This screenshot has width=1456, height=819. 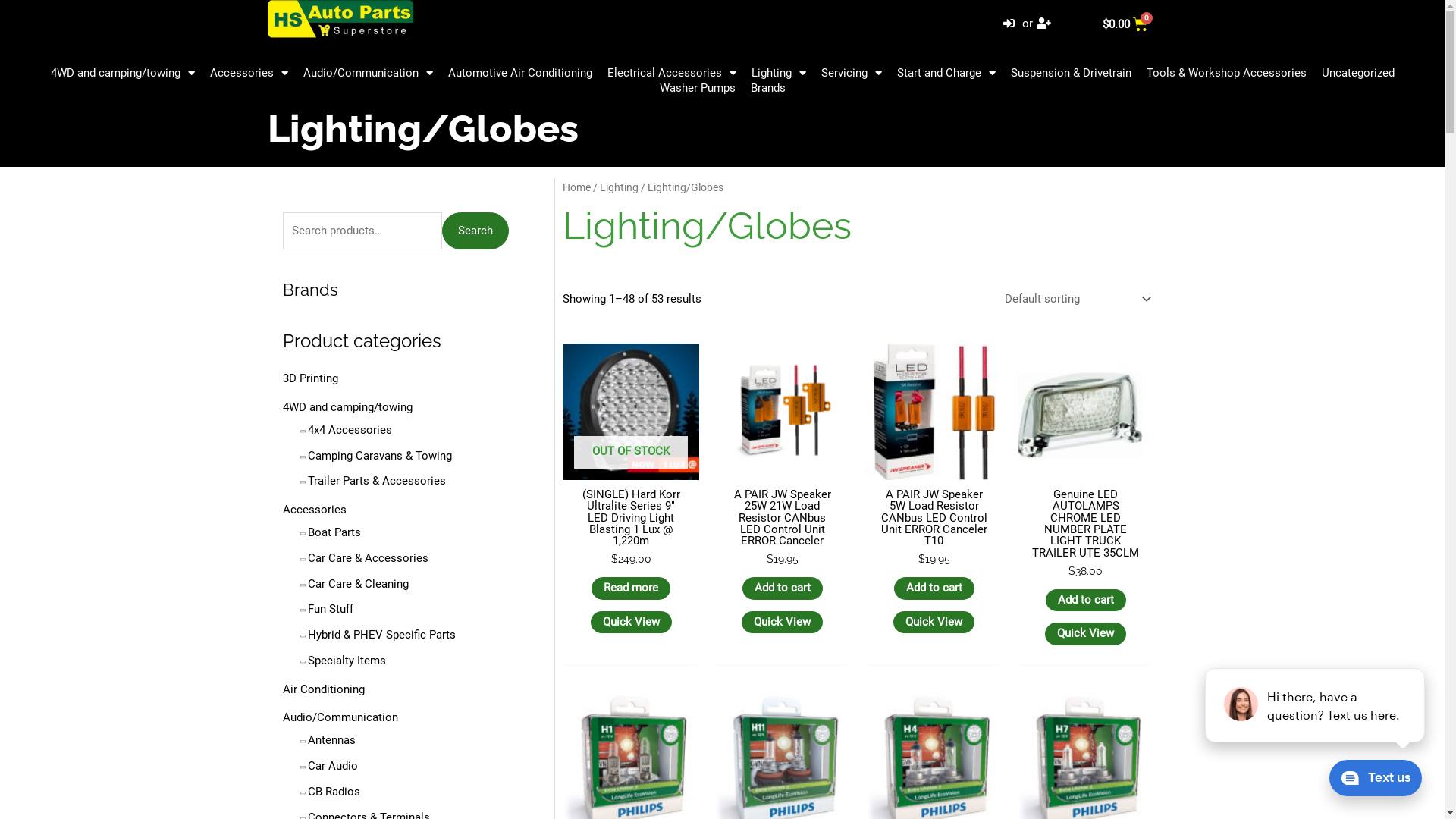 I want to click on 'Camping Caravans & Towing', so click(x=379, y=455).